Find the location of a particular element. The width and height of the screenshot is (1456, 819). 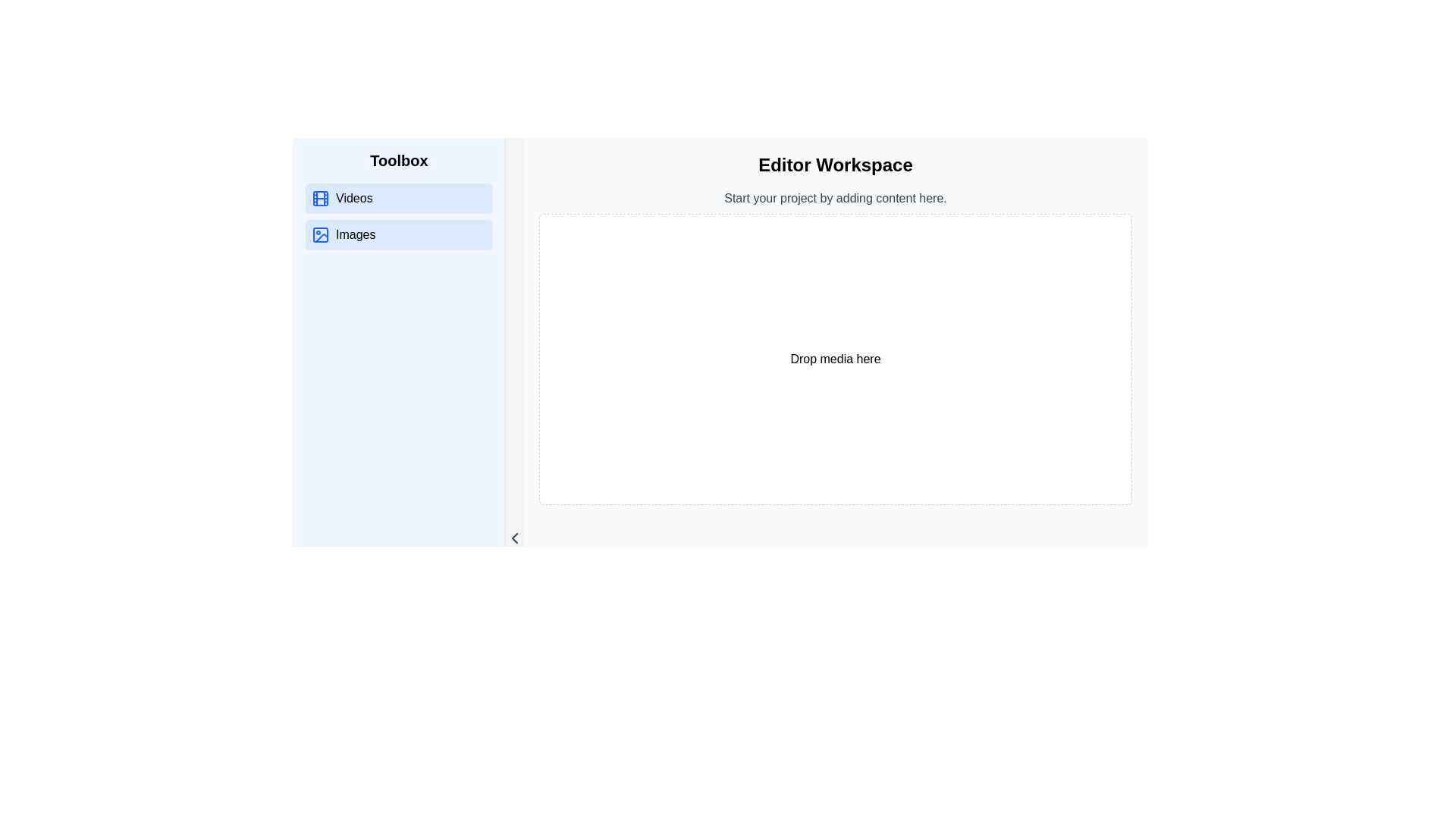

the text label that serves as the header for the workspace, indicating the purpose of the section below it is located at coordinates (835, 165).